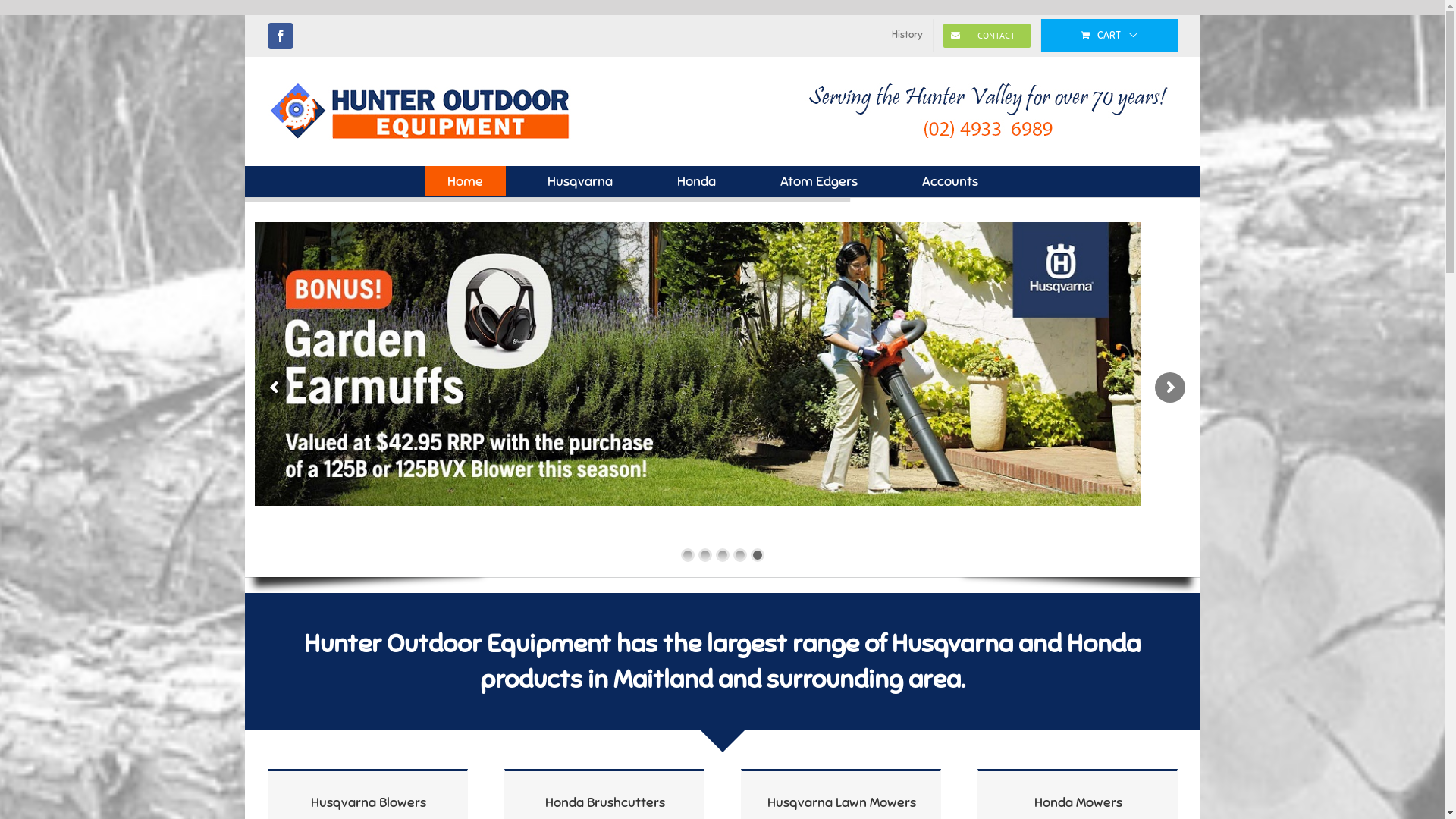 This screenshot has height=819, width=1456. I want to click on 'Honda', so click(695, 180).